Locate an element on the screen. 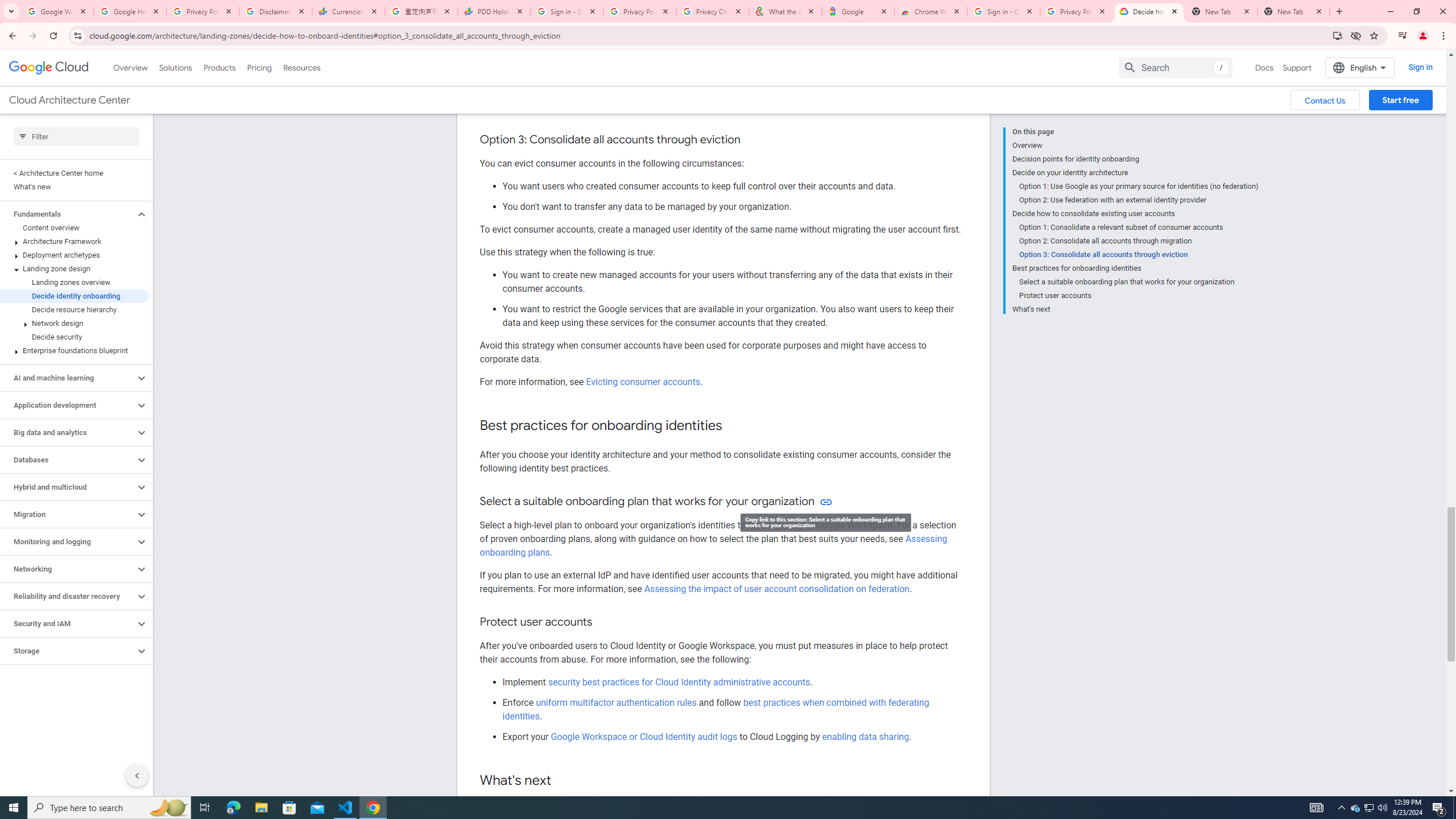 This screenshot has width=1456, height=819. 'Decide on your identity architecture' is located at coordinates (1134, 172).